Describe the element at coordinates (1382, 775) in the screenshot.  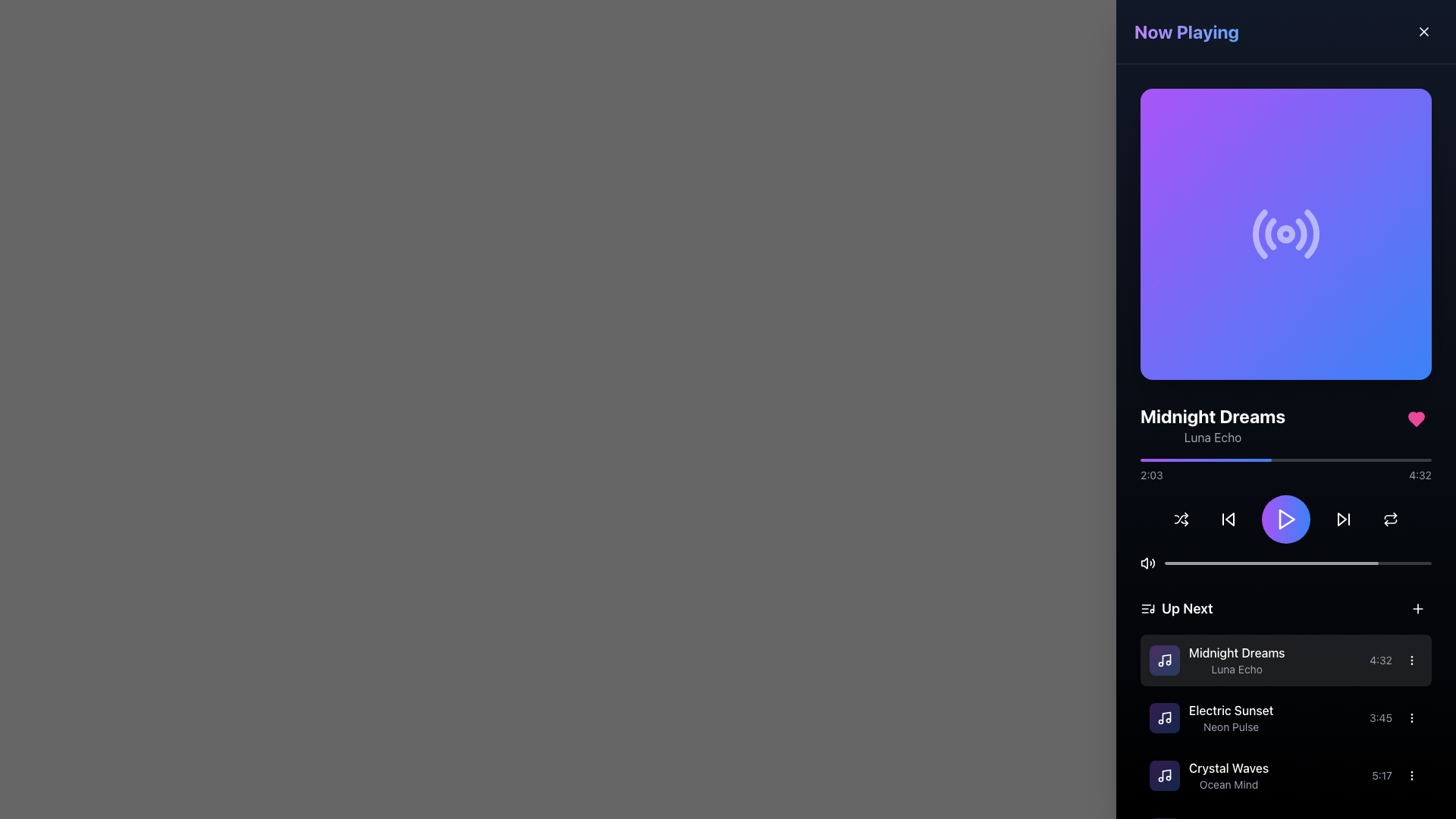
I see `the text-based label displaying the time '5:17' which is aligned to the right of the track titled 'Crystal Waves' in the playlist view` at that location.